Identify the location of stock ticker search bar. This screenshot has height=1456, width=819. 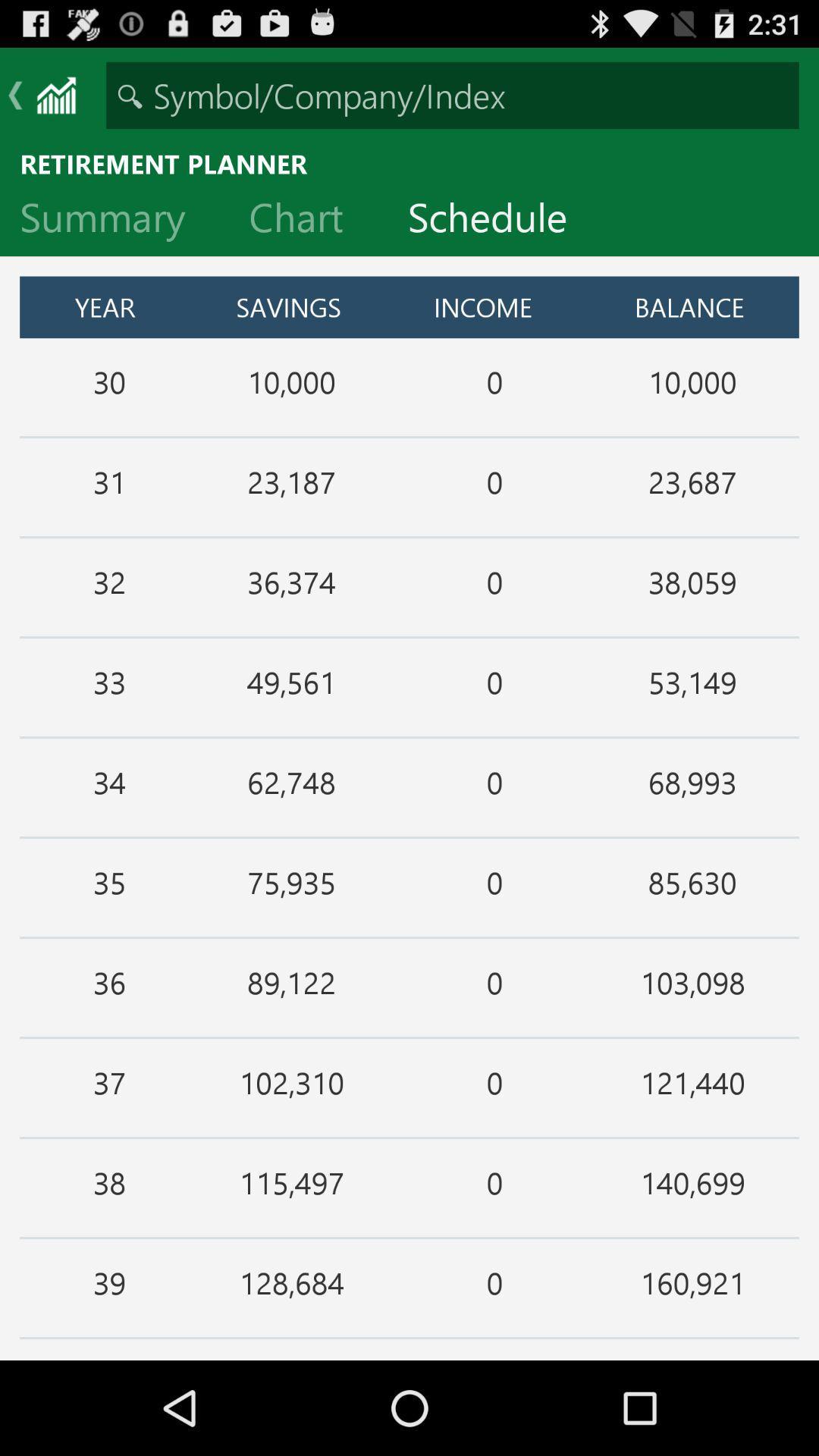
(452, 94).